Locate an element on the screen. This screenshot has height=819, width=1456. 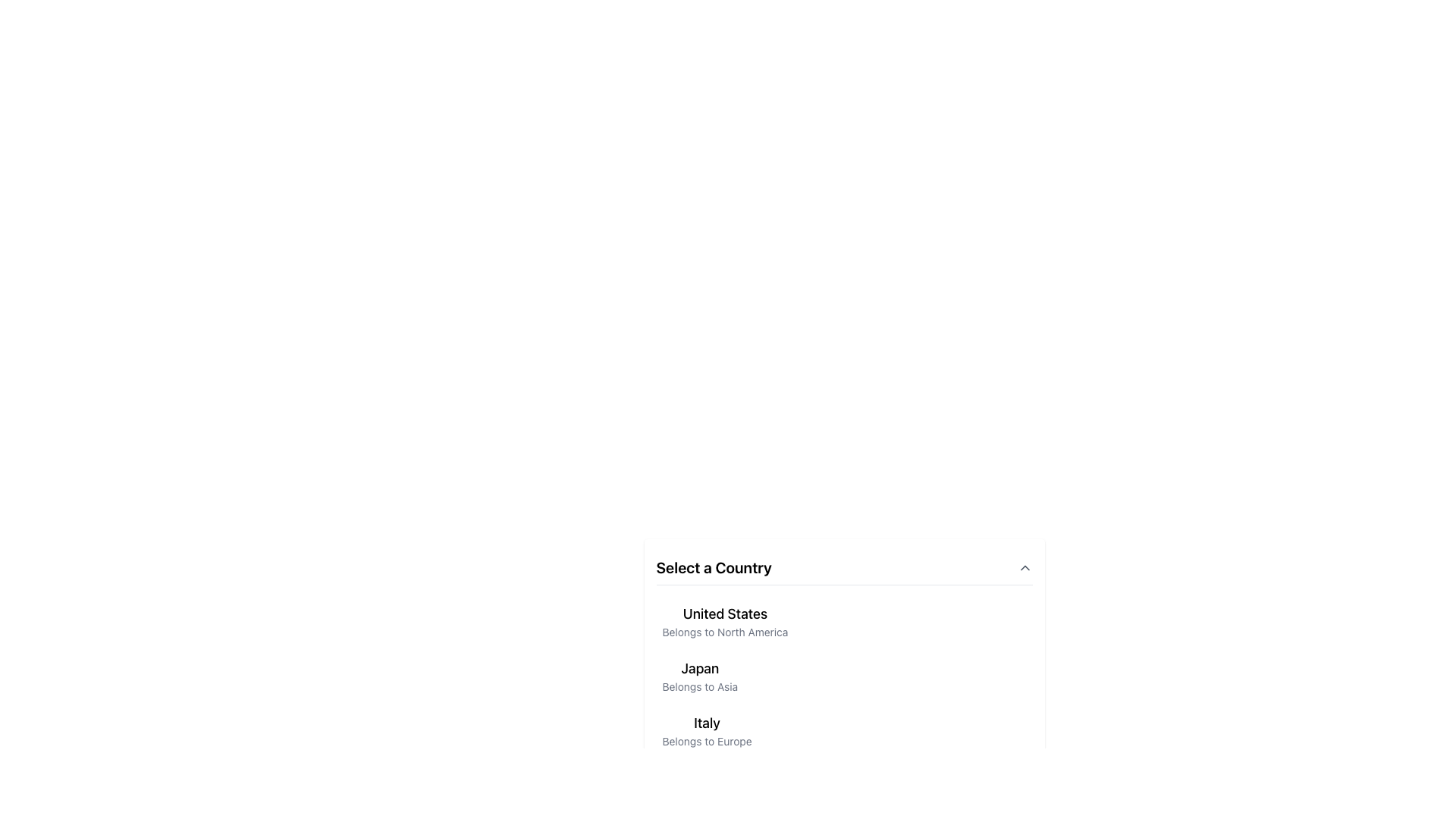
the text label 'Japan' which identifies the country within the selection interface, located below 'United States Belongs to North America' is located at coordinates (699, 668).